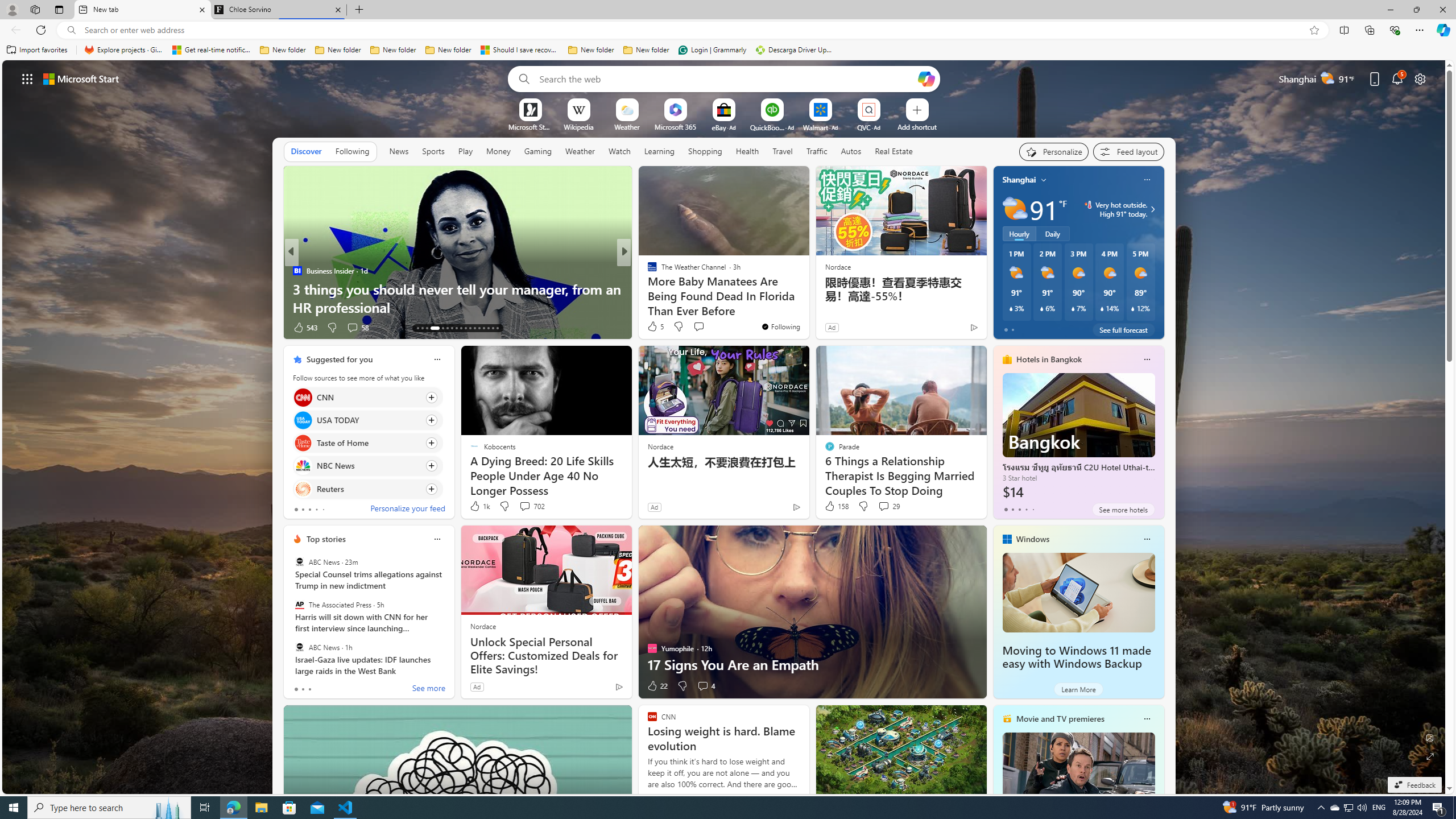 The width and height of the screenshot is (1456, 819). What do you see at coordinates (1006, 359) in the screenshot?
I see `'hotels-header-icon'` at bounding box center [1006, 359].